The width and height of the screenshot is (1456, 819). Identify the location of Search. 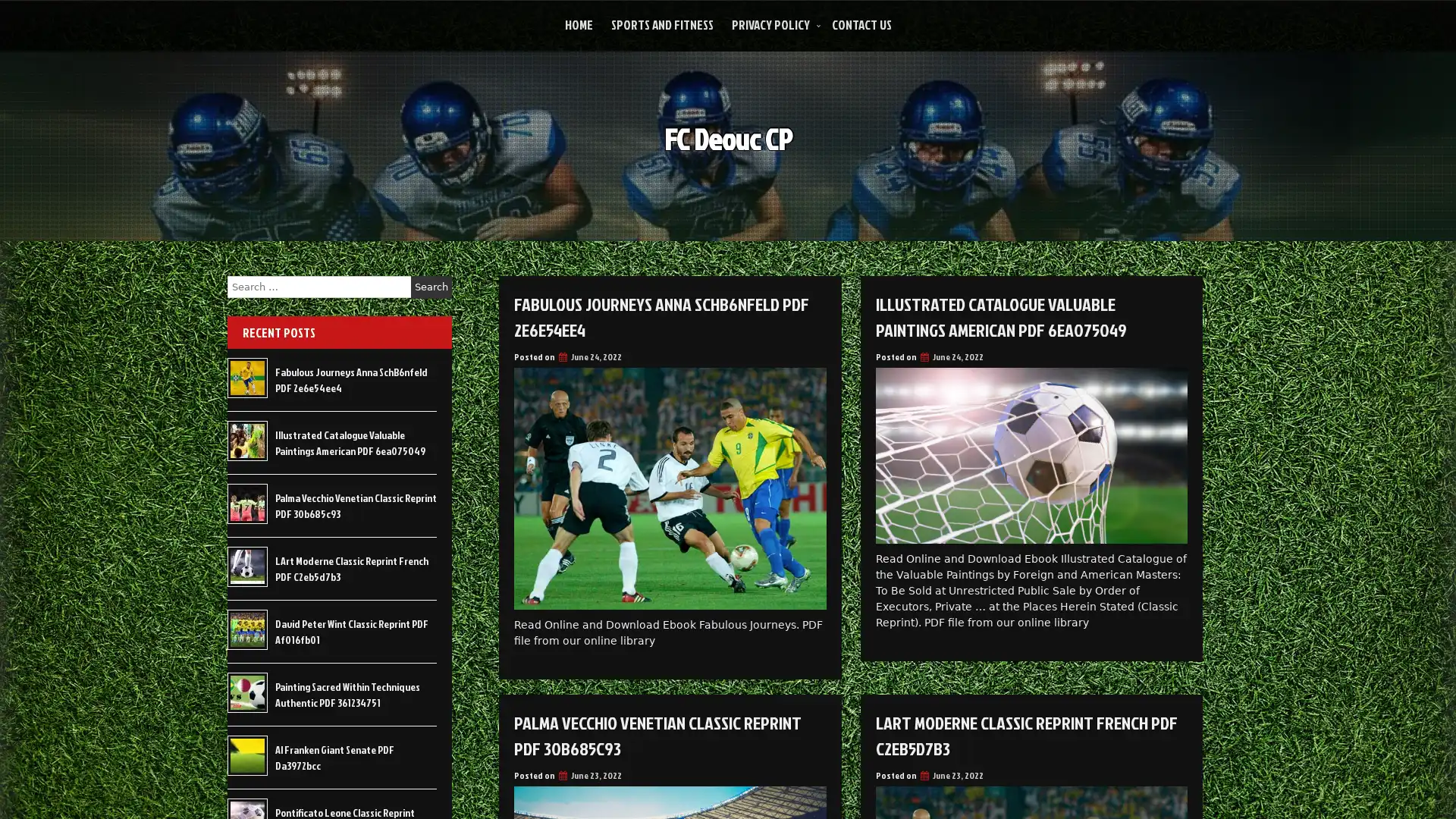
(431, 287).